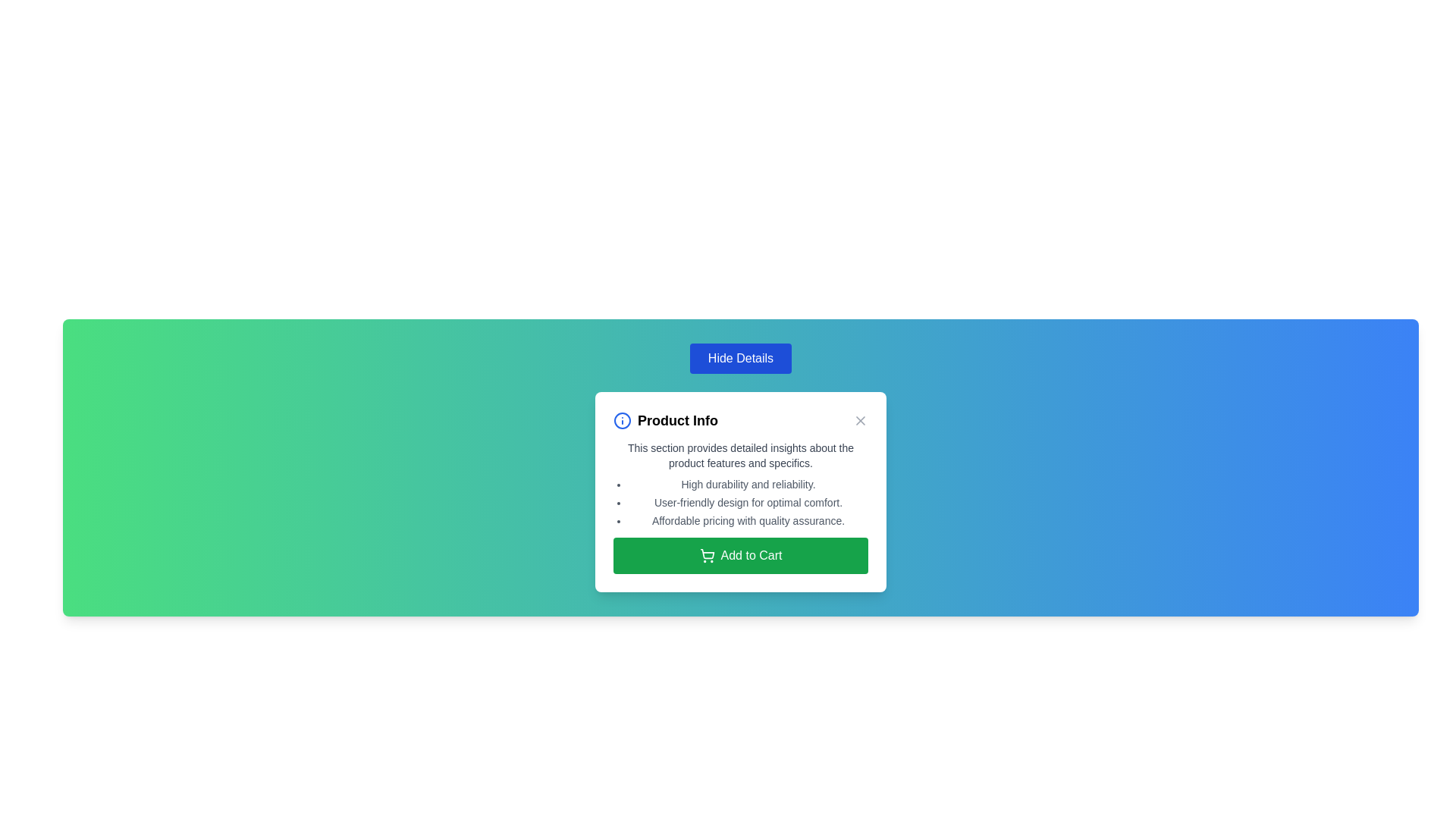  What do you see at coordinates (741, 555) in the screenshot?
I see `the green 'Add to Cart' button with rounded corners, featuring a shopping cart icon and white text` at bounding box center [741, 555].